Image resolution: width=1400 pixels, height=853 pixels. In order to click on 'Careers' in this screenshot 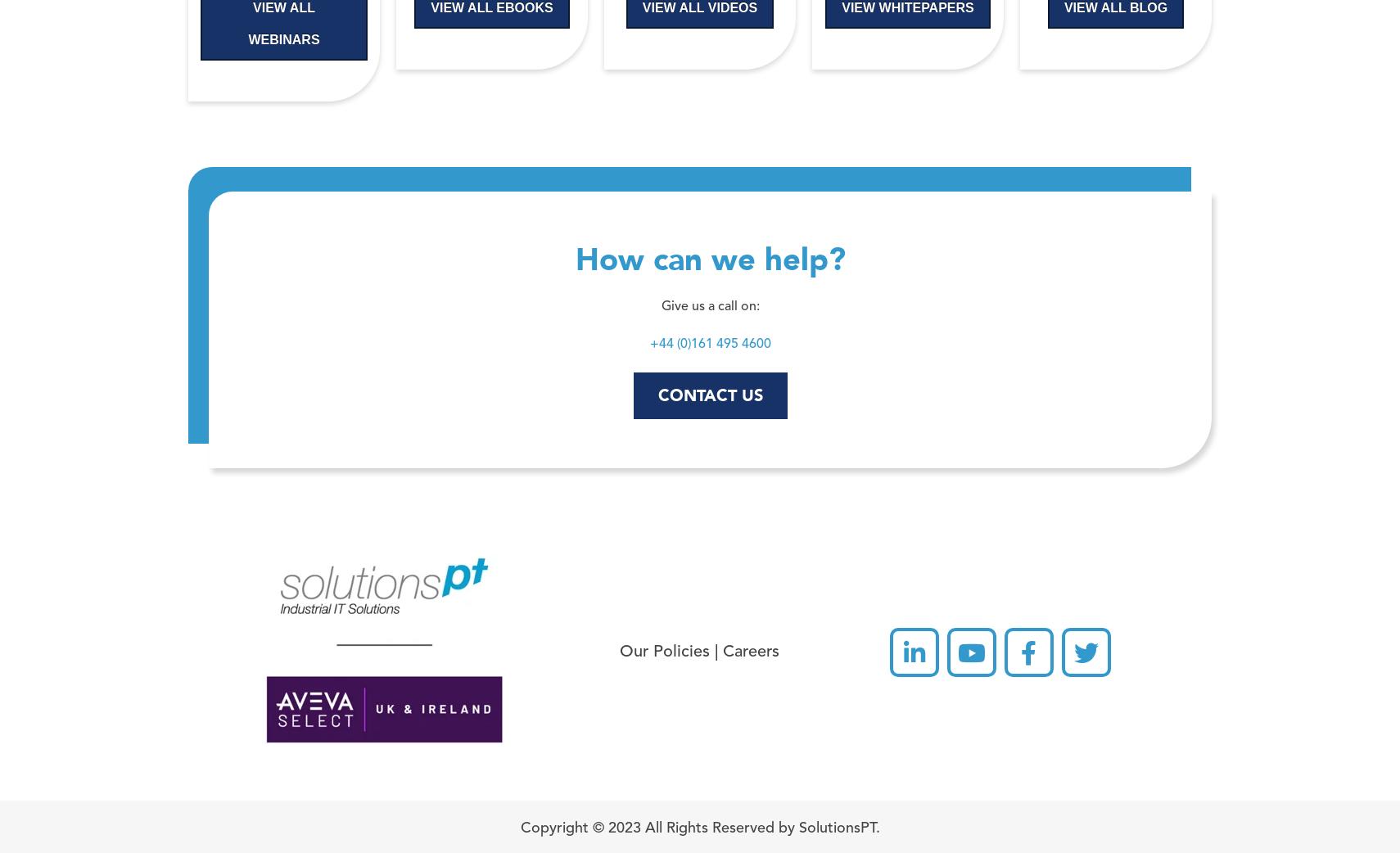, I will do `click(722, 652)`.